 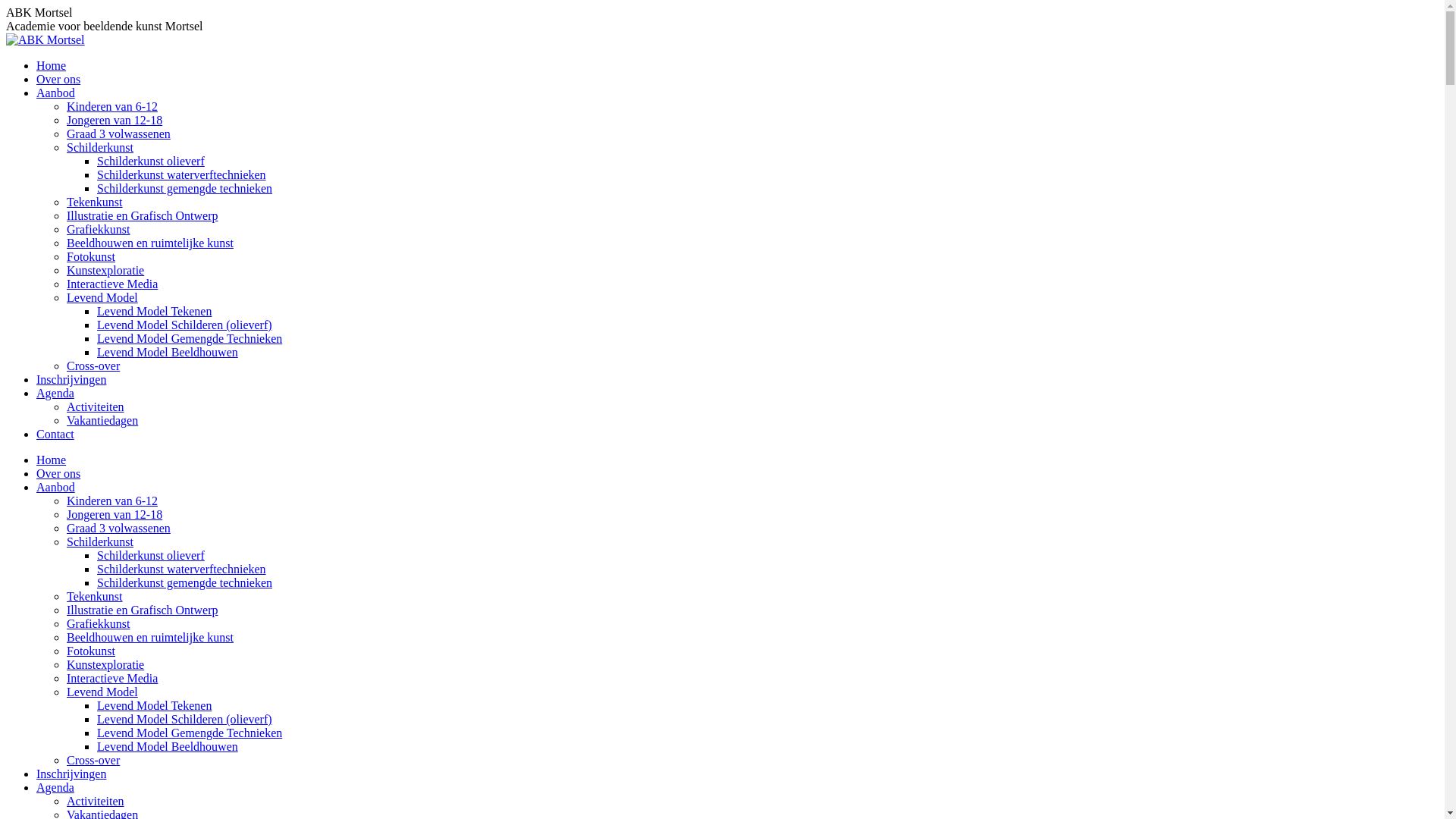 What do you see at coordinates (184, 187) in the screenshot?
I see `'Schilderkunst gemengde technieken'` at bounding box center [184, 187].